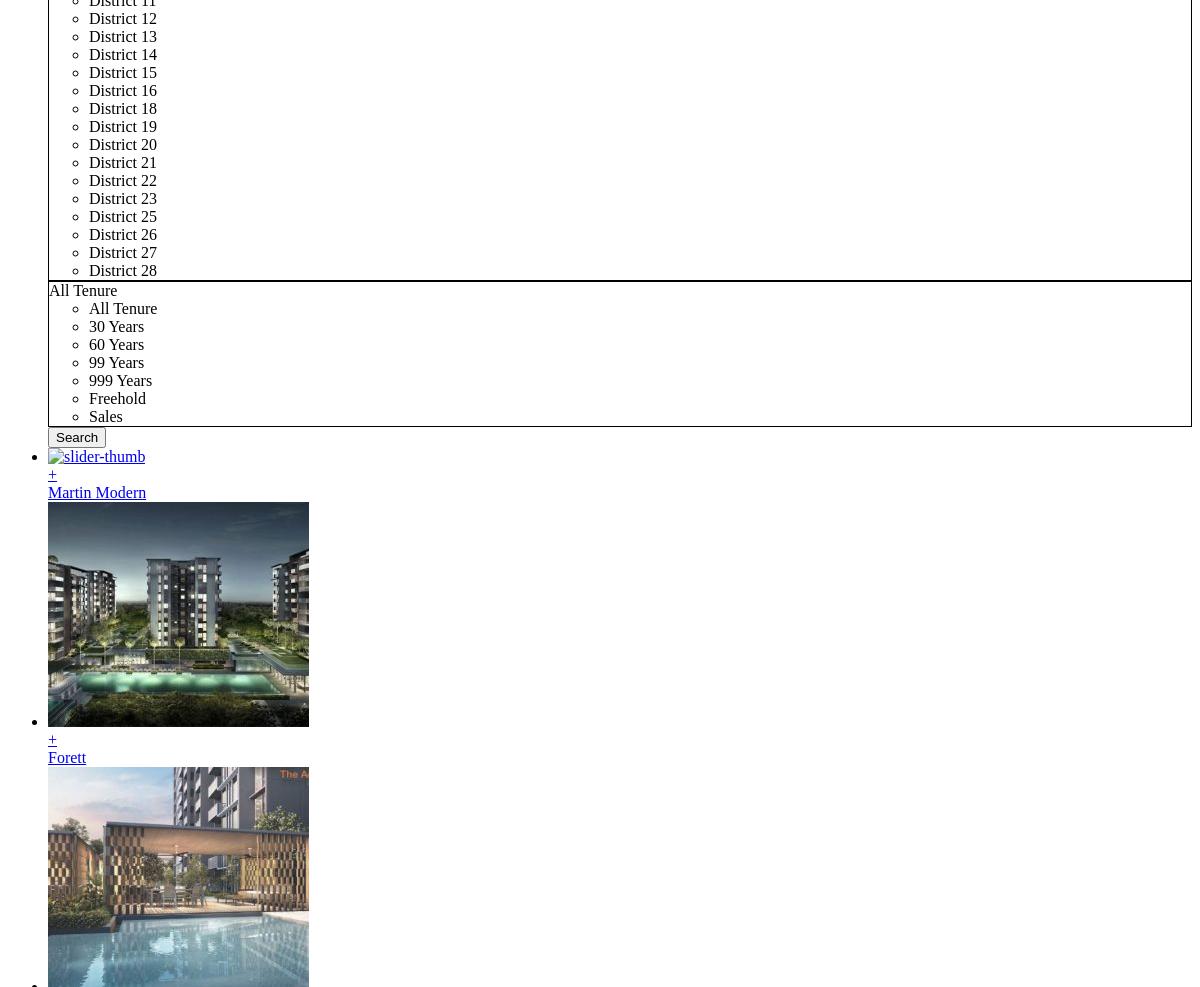 This screenshot has height=987, width=1200. I want to click on 'District 19', so click(122, 126).